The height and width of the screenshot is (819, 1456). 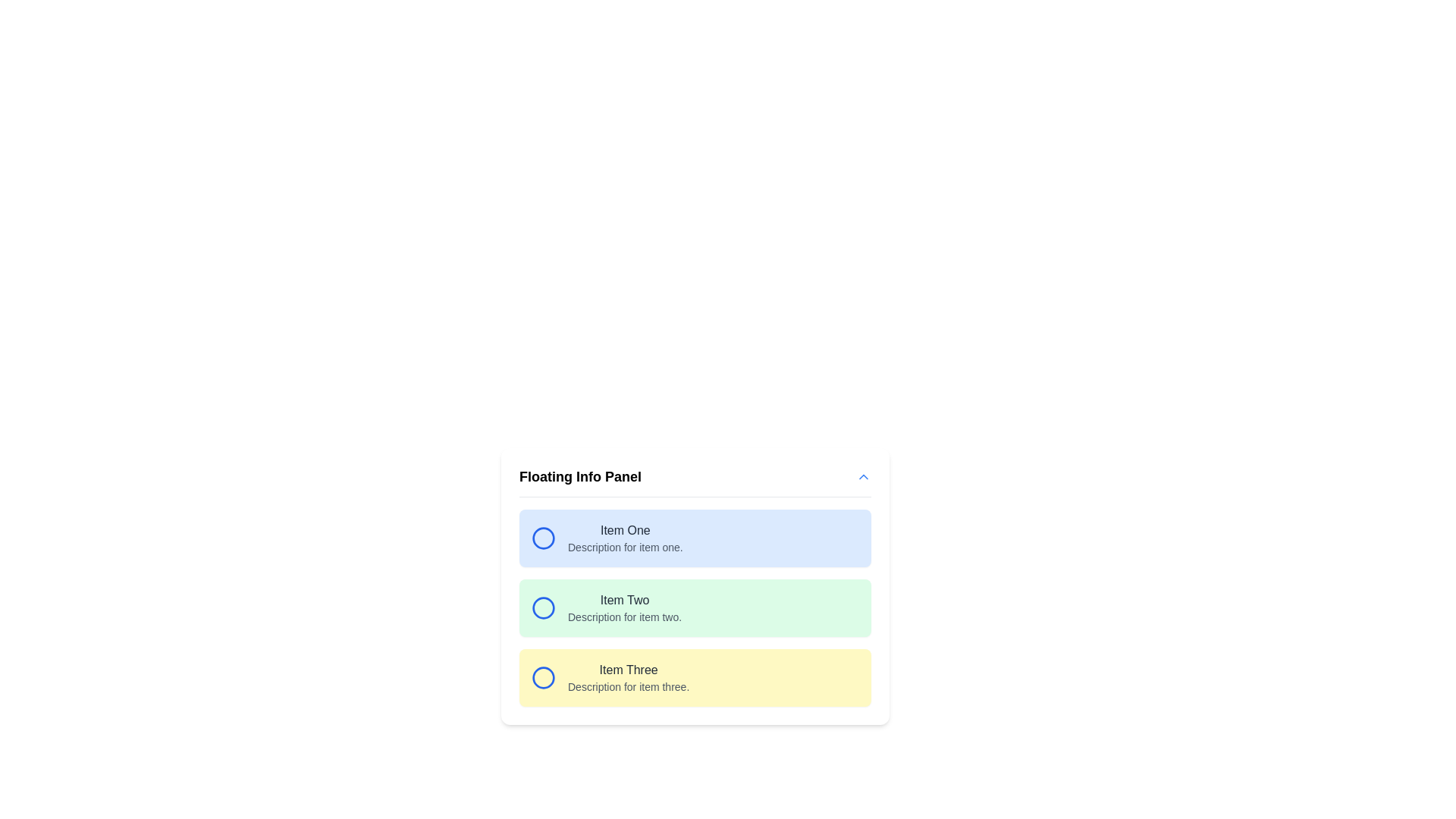 I want to click on text displayed in the plain text field beneath the heading 'Item Three' in the third entry of the list, which shows 'Description for item three.', so click(x=629, y=687).